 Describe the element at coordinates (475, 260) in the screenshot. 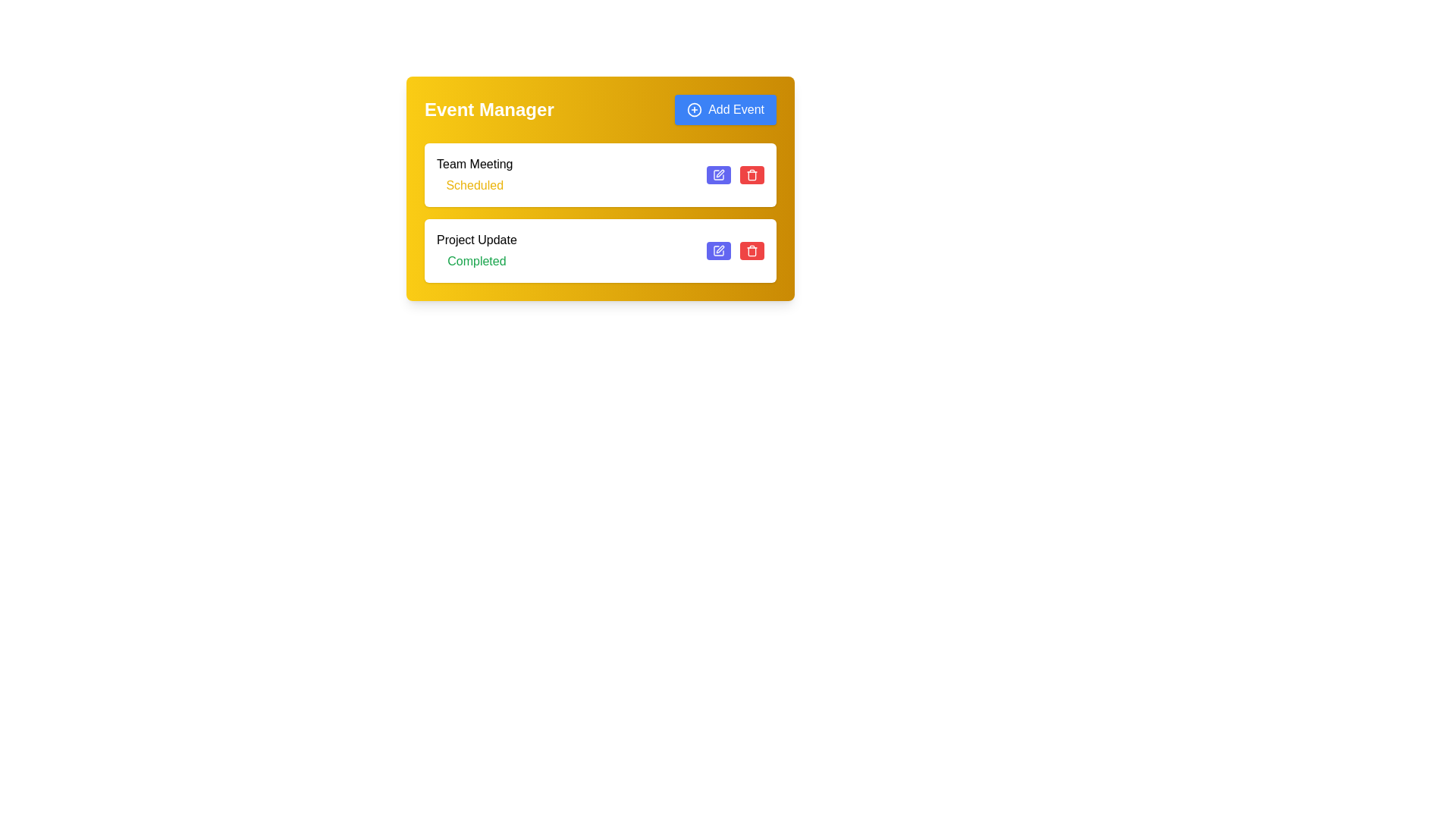

I see `the 'Completed' status label displayed in green font, located beneath the 'Project Update' heading in the event manager interface` at that location.